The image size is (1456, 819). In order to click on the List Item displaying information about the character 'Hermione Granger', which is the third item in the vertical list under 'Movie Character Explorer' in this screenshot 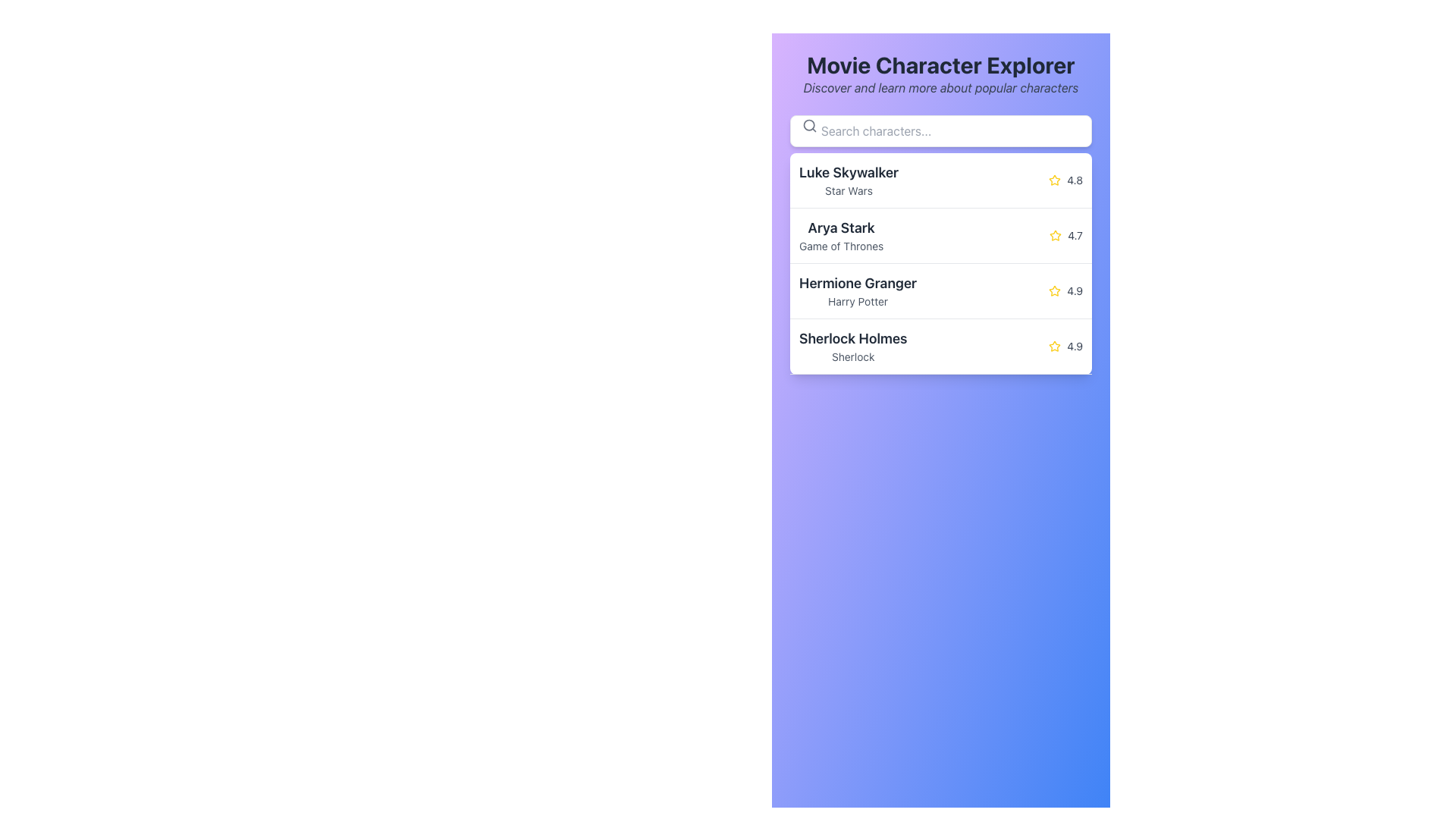, I will do `click(940, 291)`.